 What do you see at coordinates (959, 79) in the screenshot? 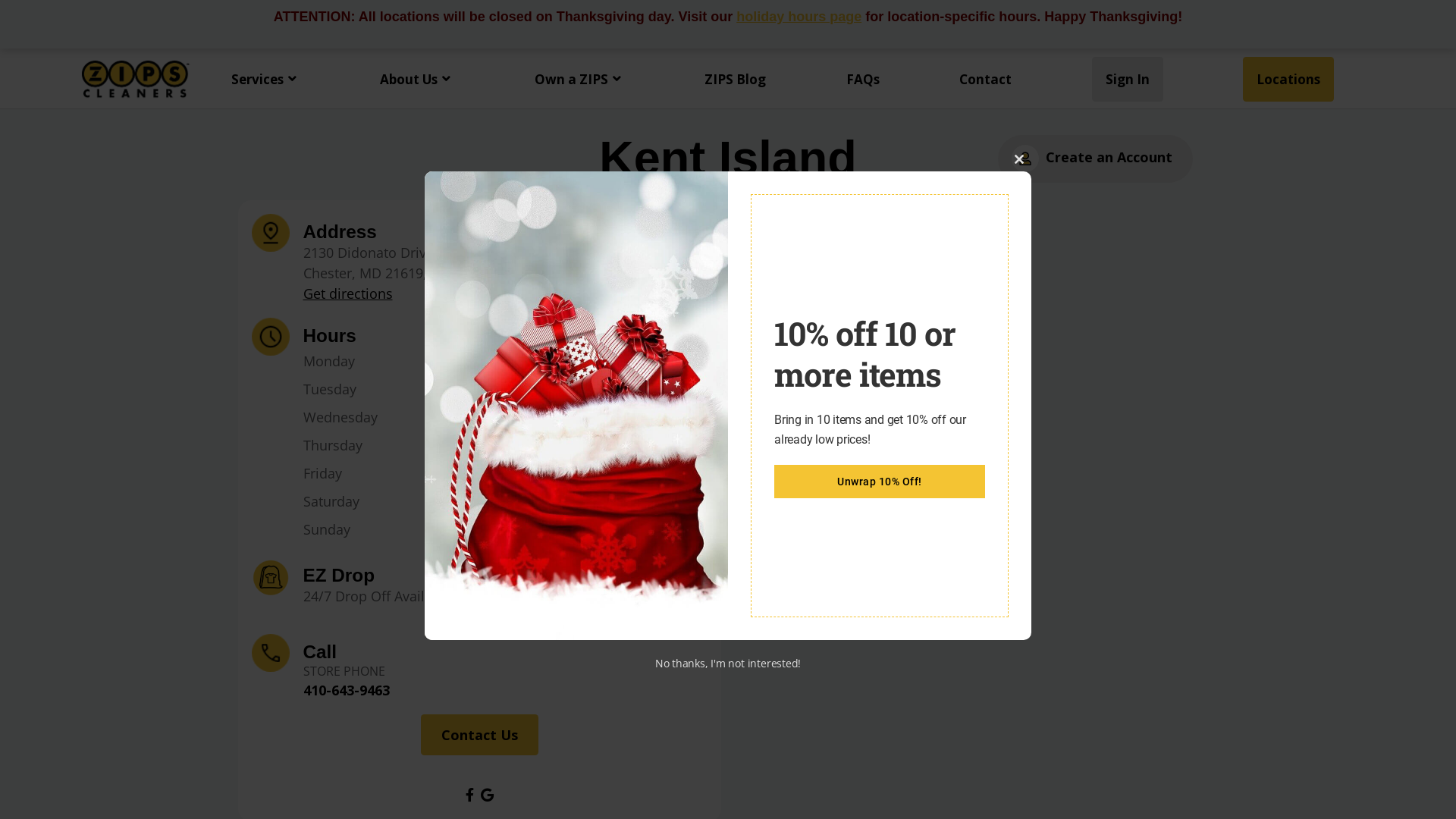
I see `'Contact'` at bounding box center [959, 79].